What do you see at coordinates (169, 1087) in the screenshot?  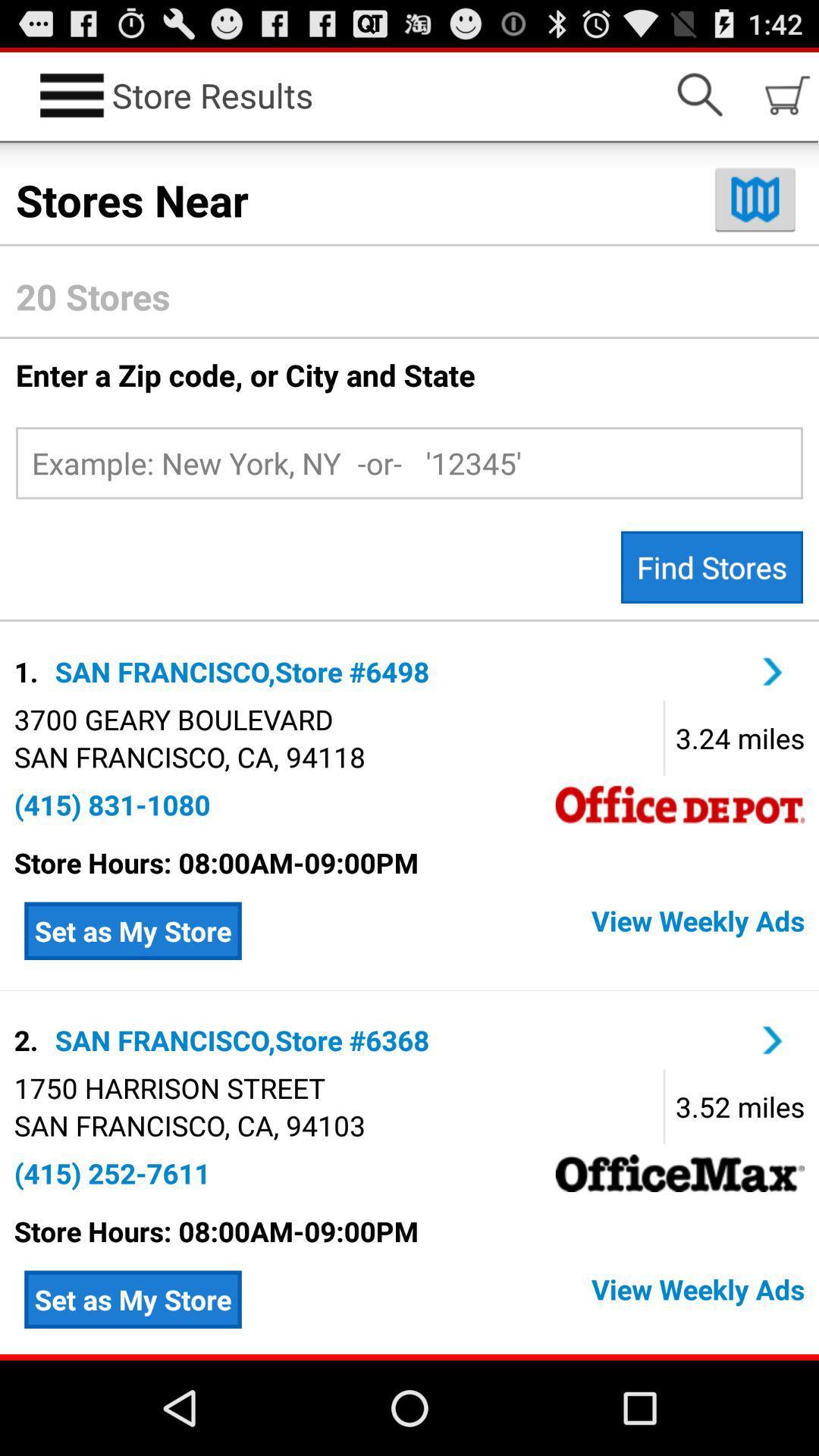 I see `app below 2.  icon` at bounding box center [169, 1087].